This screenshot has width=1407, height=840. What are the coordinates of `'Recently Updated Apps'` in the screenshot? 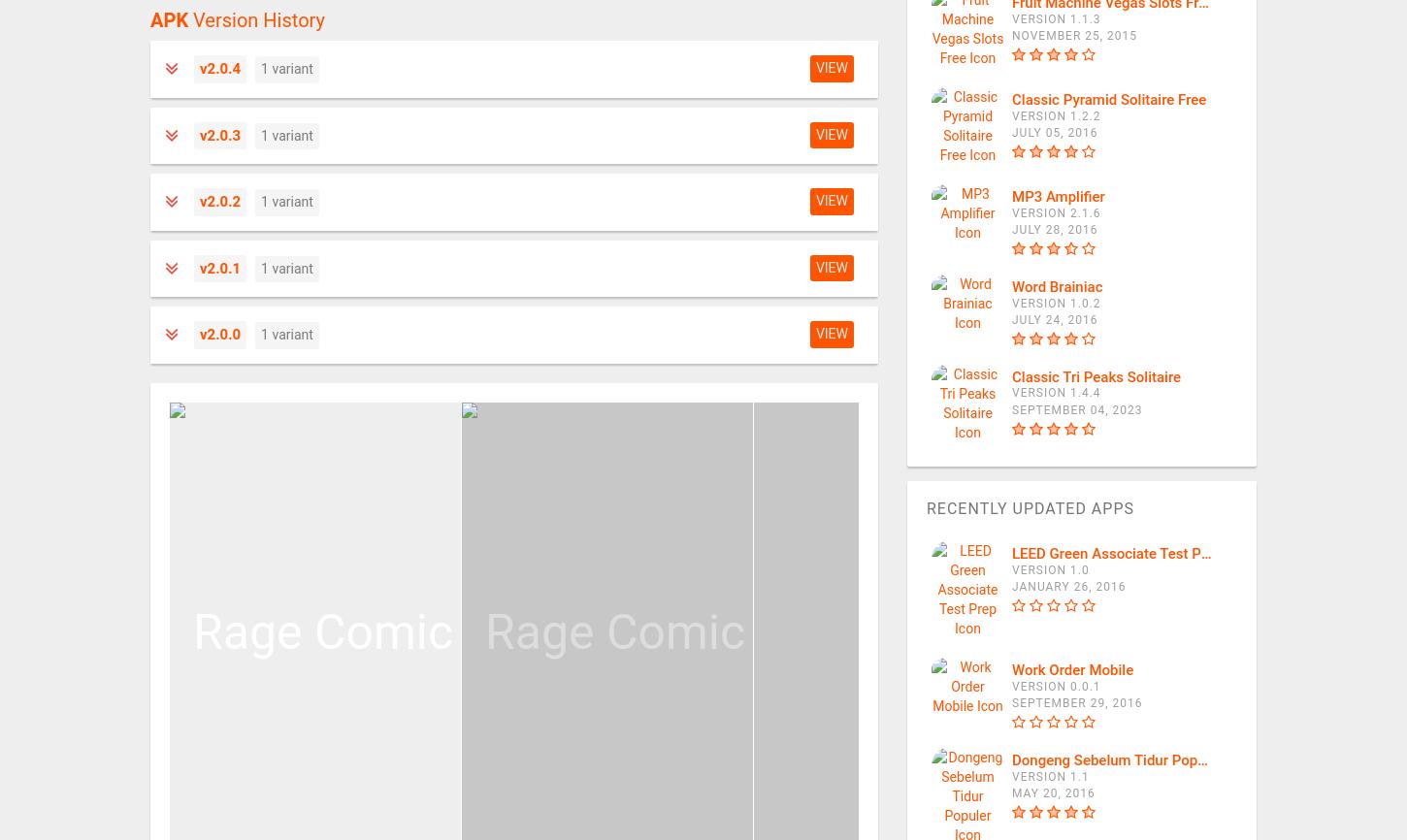 It's located at (1030, 507).